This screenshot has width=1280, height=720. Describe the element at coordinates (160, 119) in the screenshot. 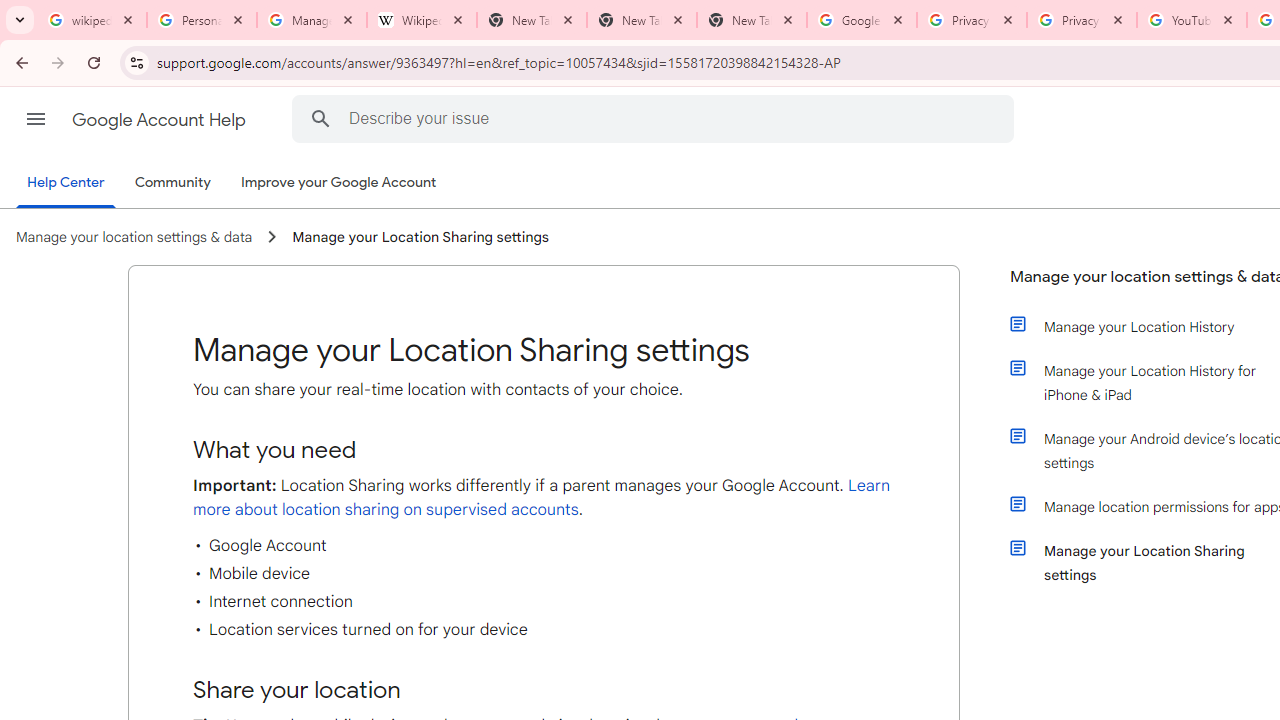

I see `'Google Account Help'` at that location.